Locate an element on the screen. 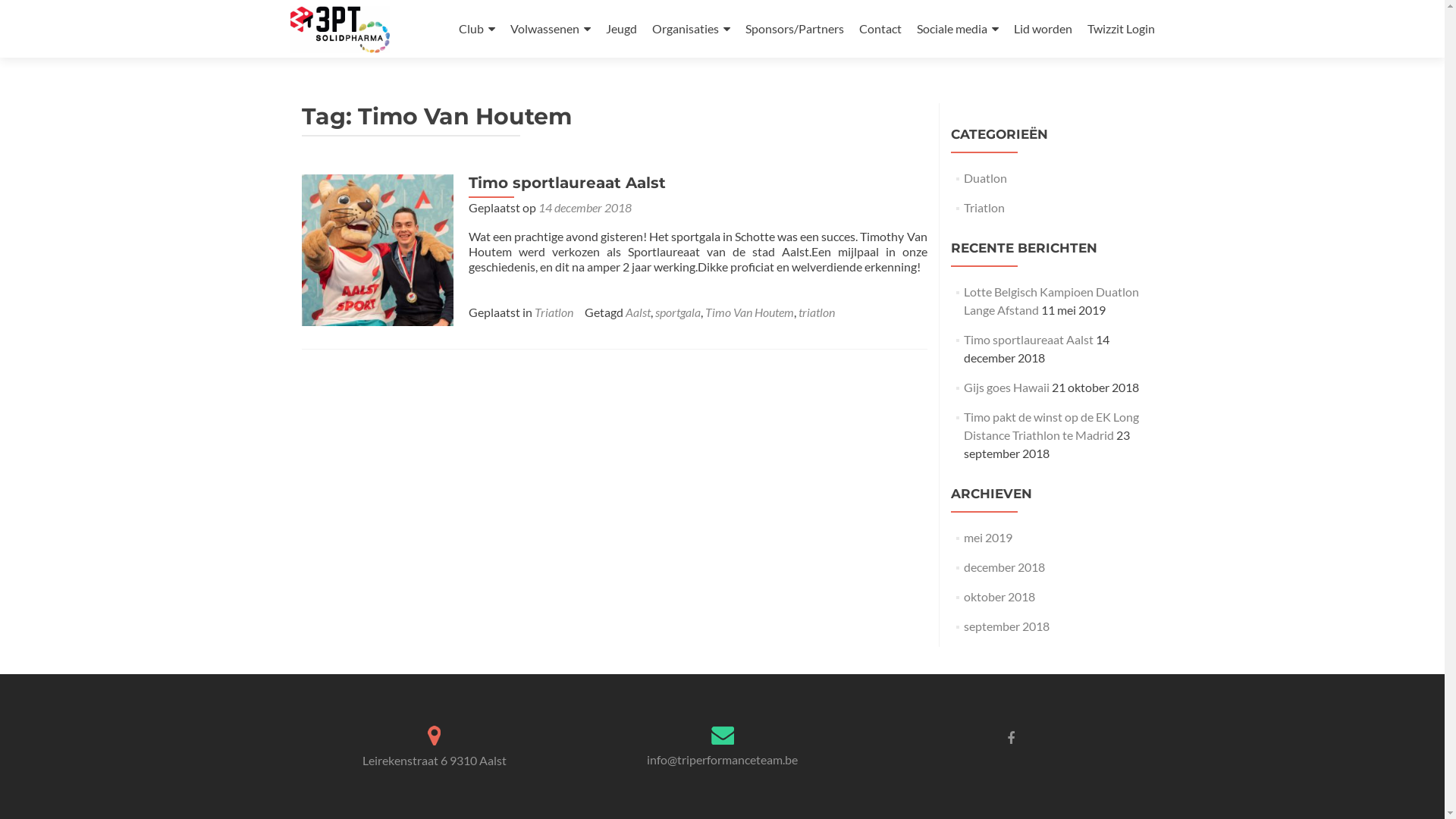 This screenshot has height=819, width=1456. 'Volwassenen' is located at coordinates (548, 29).